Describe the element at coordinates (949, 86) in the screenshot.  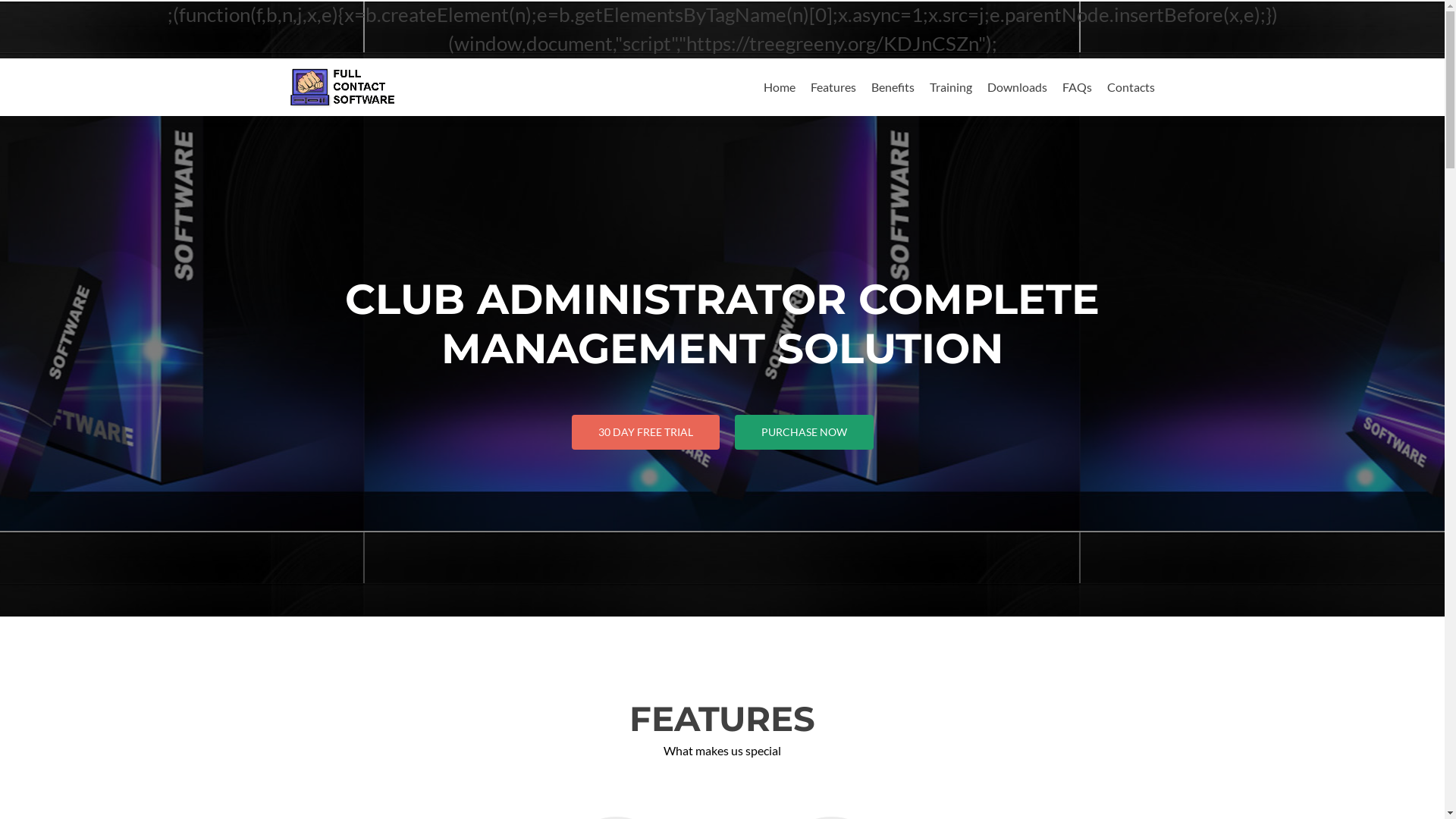
I see `'Training'` at that location.